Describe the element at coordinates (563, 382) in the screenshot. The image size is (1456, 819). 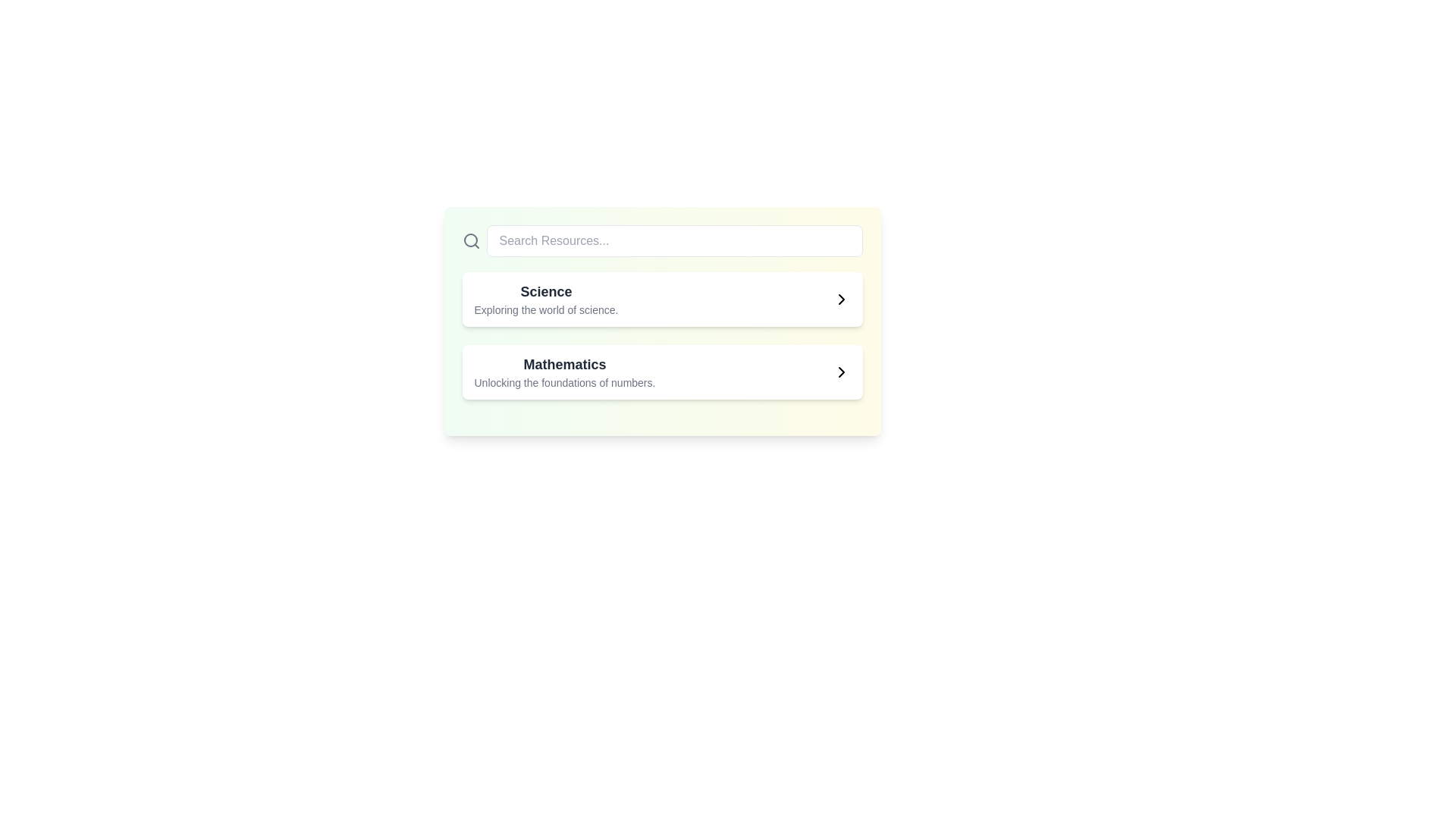
I see `the static text element that serves as a subtitle or brief description for 'Mathematics', located directly beneath the larger title text` at that location.